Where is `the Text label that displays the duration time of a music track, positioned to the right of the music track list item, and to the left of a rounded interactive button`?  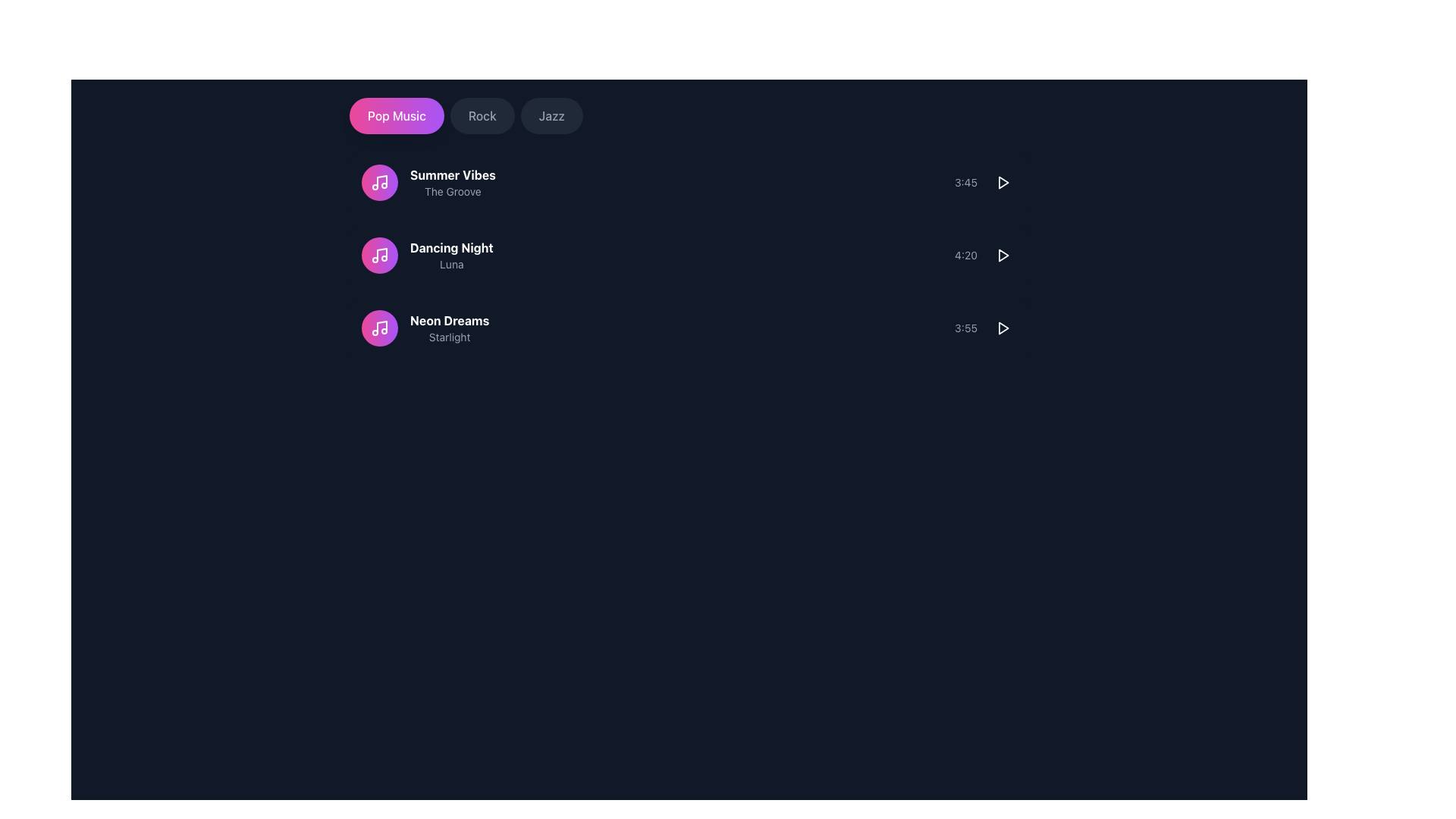
the Text label that displays the duration time of a music track, positioned to the right of the music track list item, and to the left of a rounded interactive button is located at coordinates (965, 181).